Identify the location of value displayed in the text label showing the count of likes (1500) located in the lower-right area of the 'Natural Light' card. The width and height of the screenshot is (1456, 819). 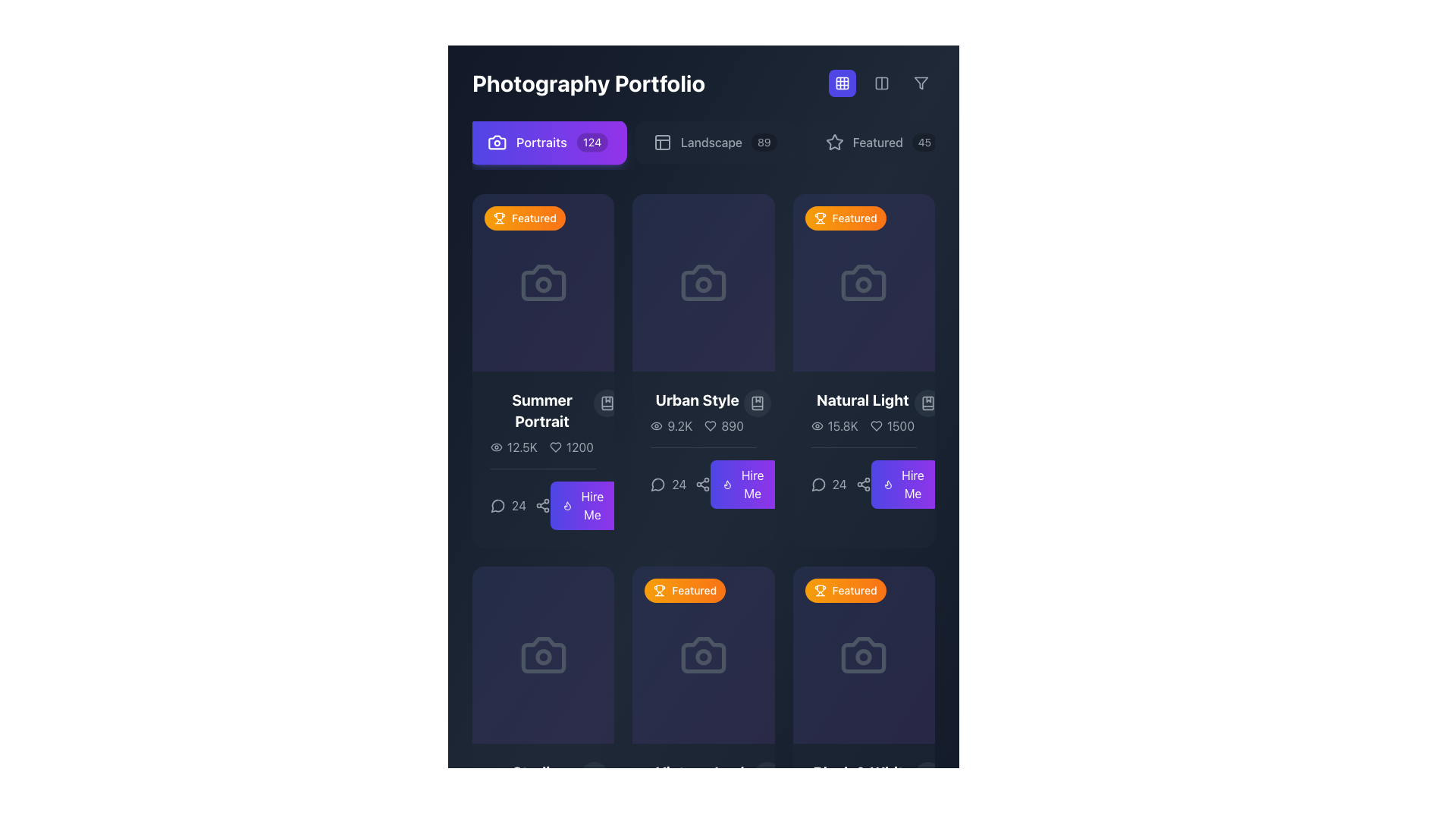
(892, 426).